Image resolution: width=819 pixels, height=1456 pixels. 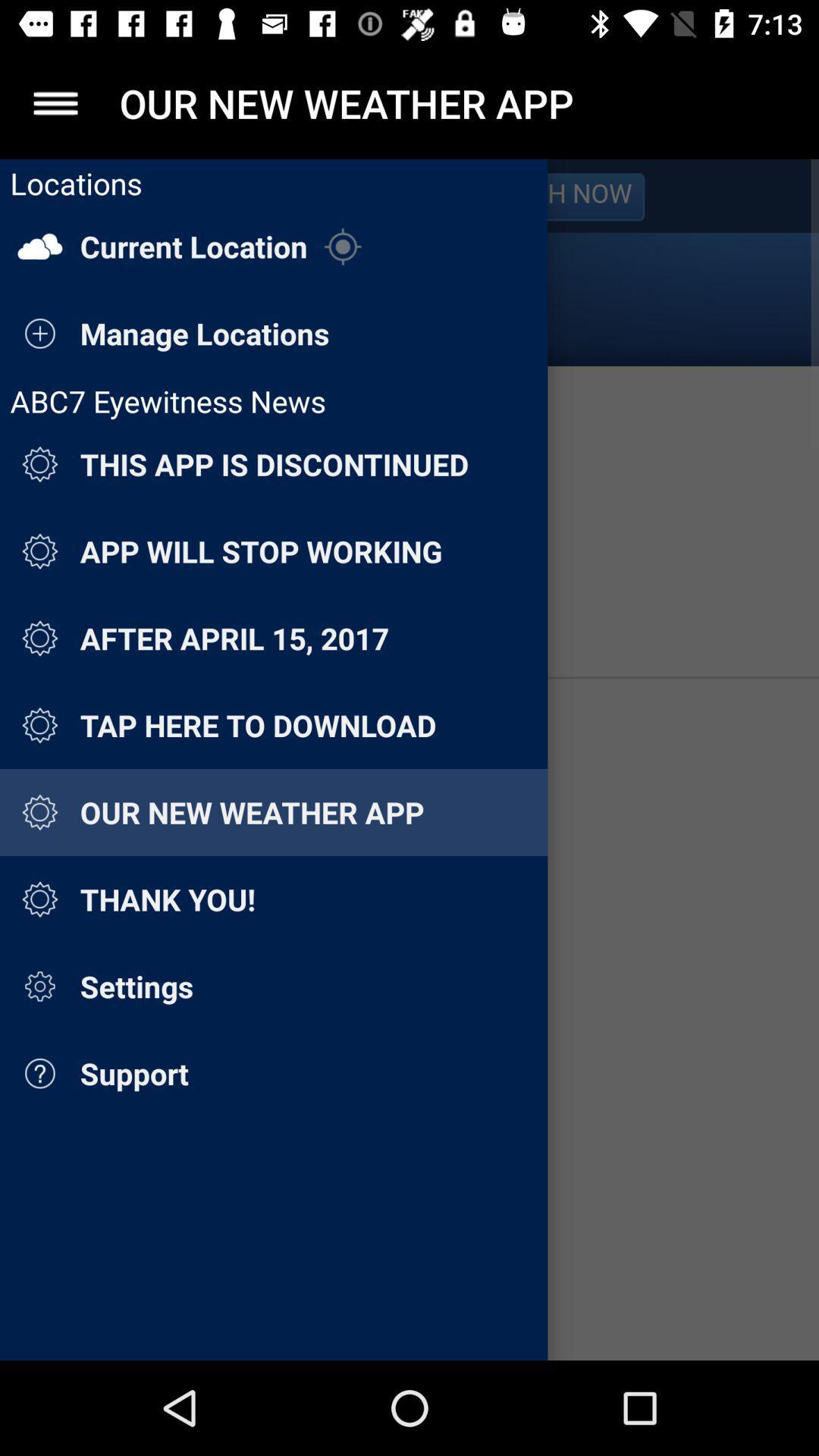 I want to click on the menu icon, so click(x=55, y=102).